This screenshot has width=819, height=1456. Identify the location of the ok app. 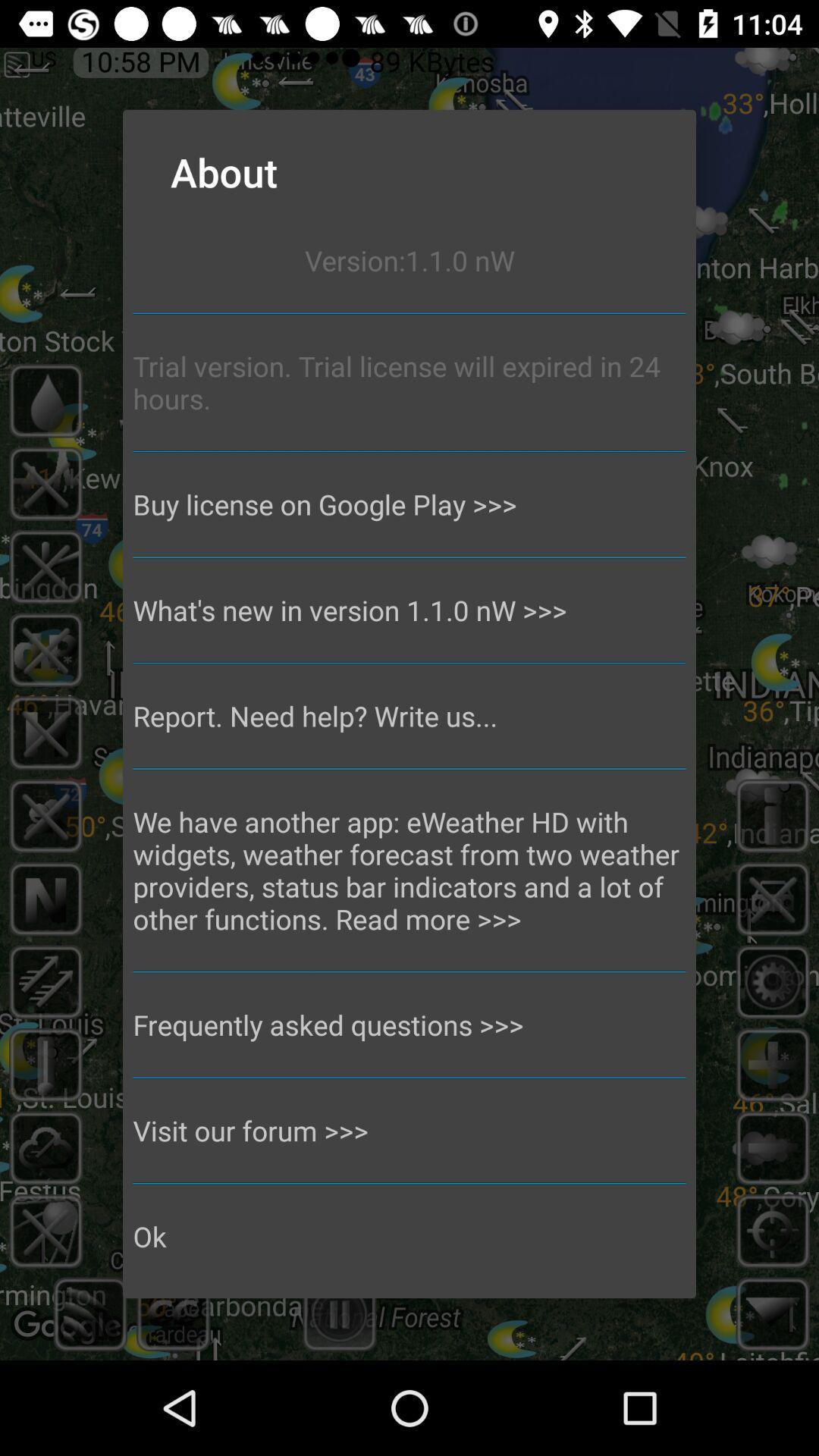
(409, 1236).